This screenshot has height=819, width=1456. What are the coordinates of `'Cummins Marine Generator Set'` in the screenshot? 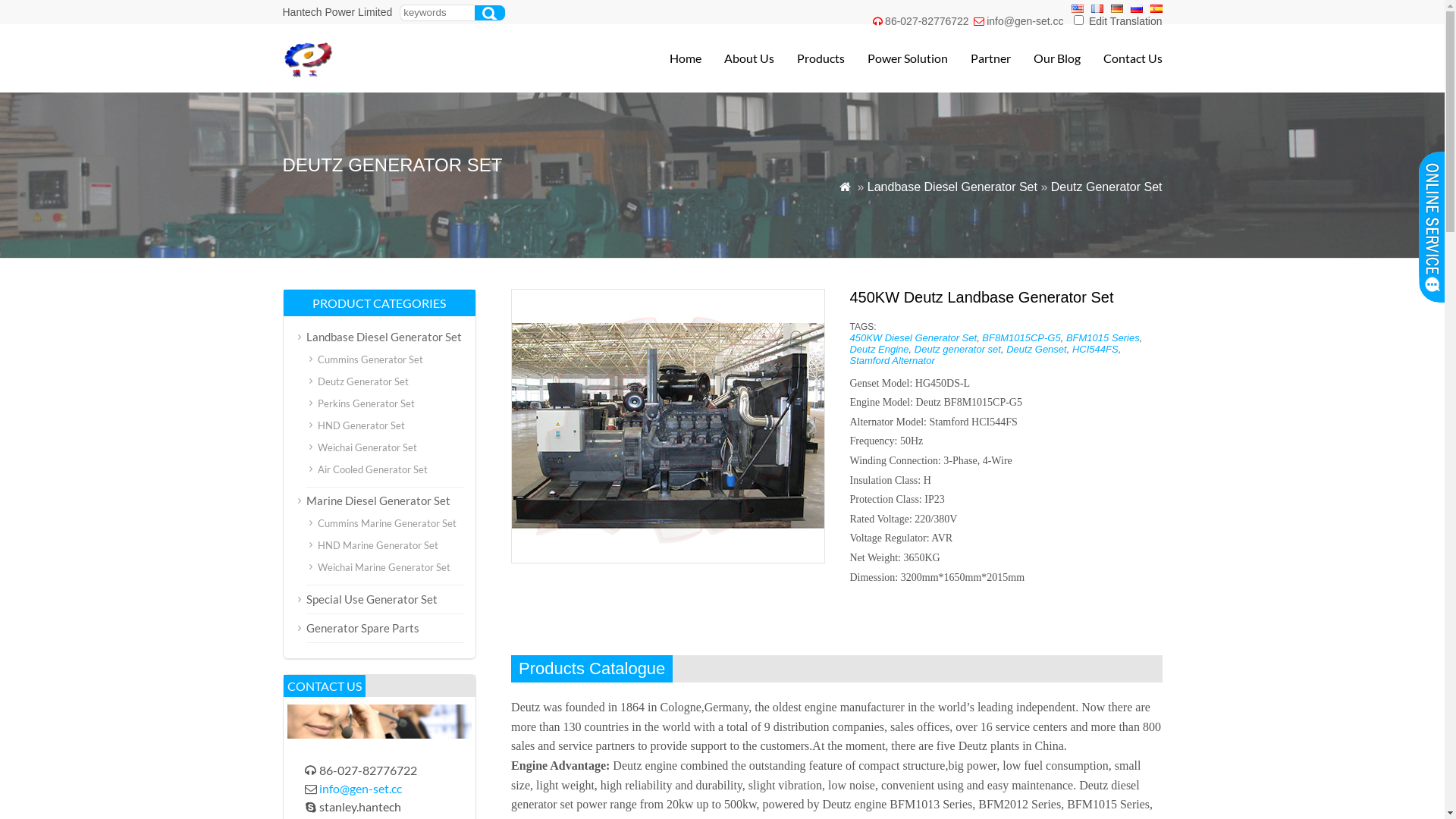 It's located at (386, 522).